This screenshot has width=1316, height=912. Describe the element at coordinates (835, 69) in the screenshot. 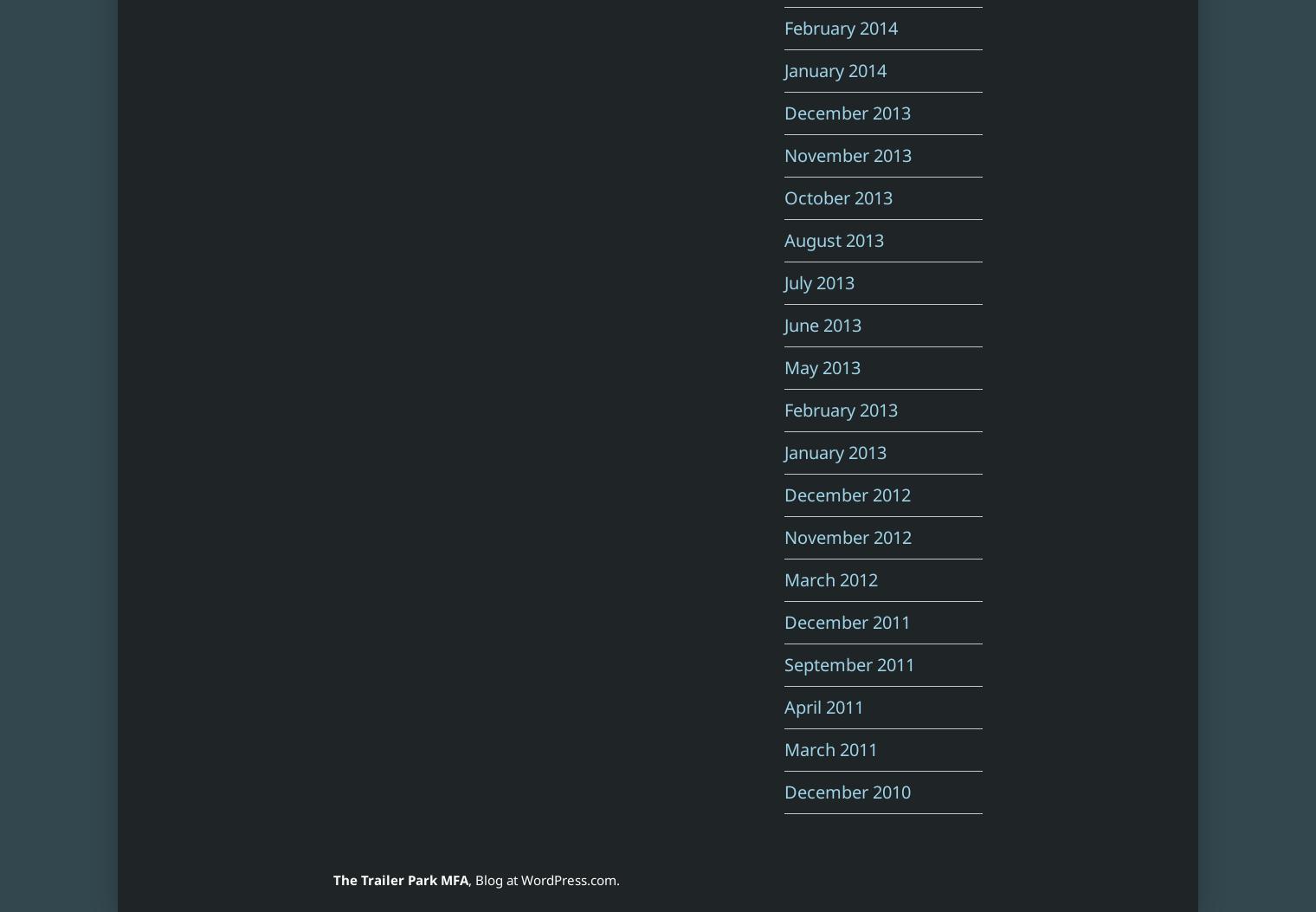

I see `'January 2014'` at that location.